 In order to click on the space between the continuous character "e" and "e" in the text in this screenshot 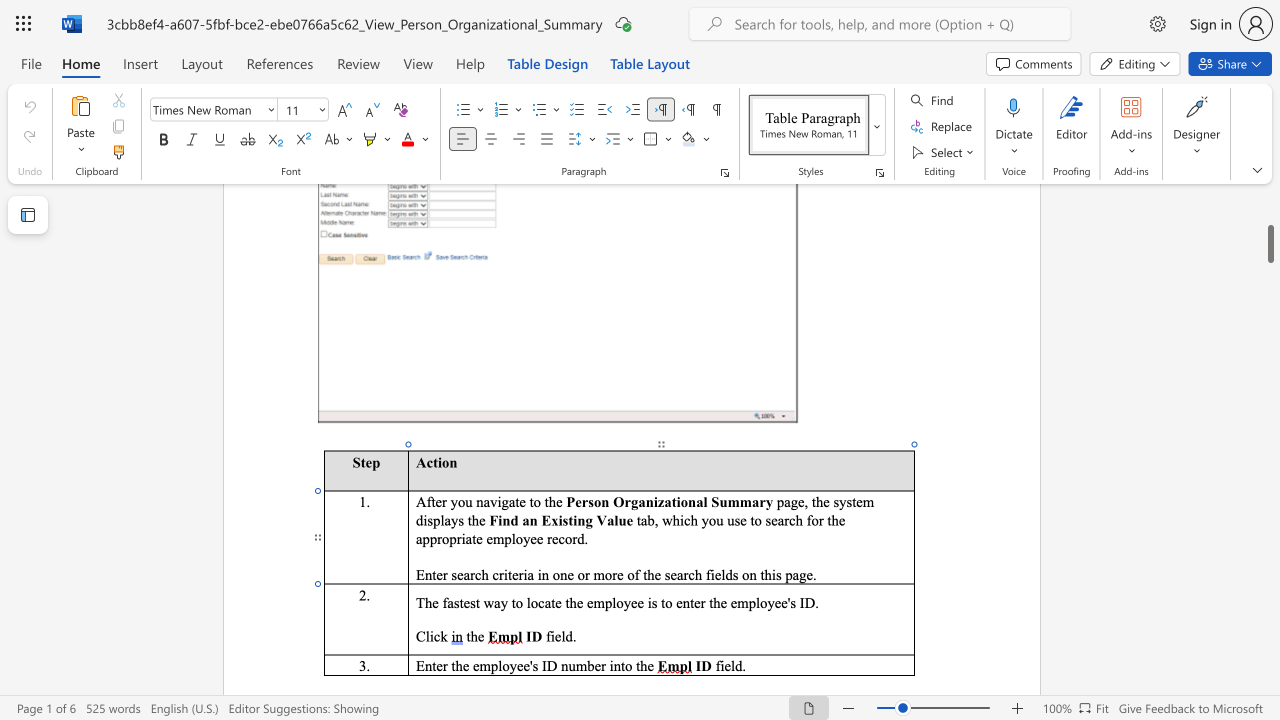, I will do `click(523, 665)`.